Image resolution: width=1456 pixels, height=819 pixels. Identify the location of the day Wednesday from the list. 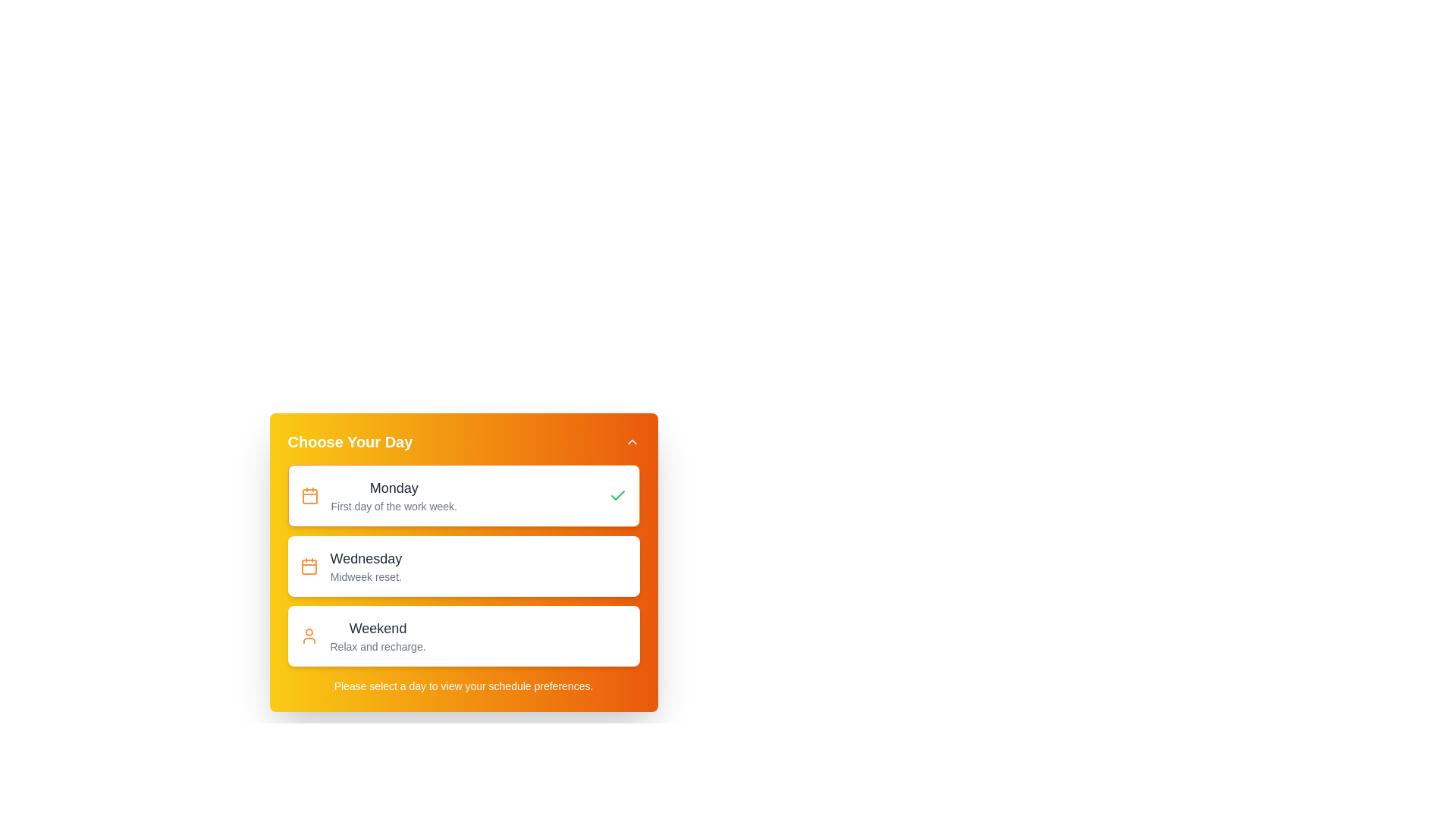
(463, 566).